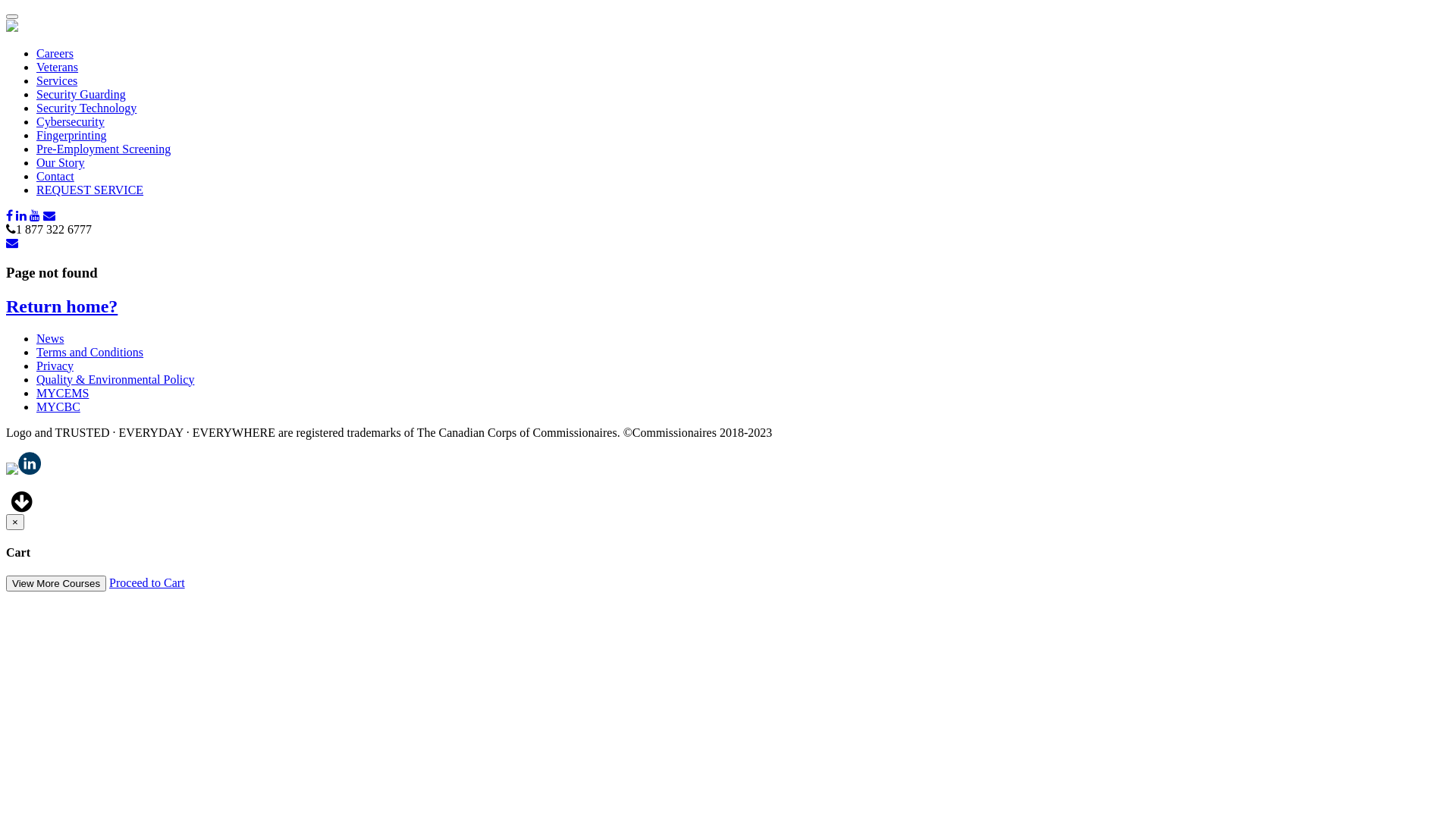  What do you see at coordinates (55, 52) in the screenshot?
I see `'Careers'` at bounding box center [55, 52].